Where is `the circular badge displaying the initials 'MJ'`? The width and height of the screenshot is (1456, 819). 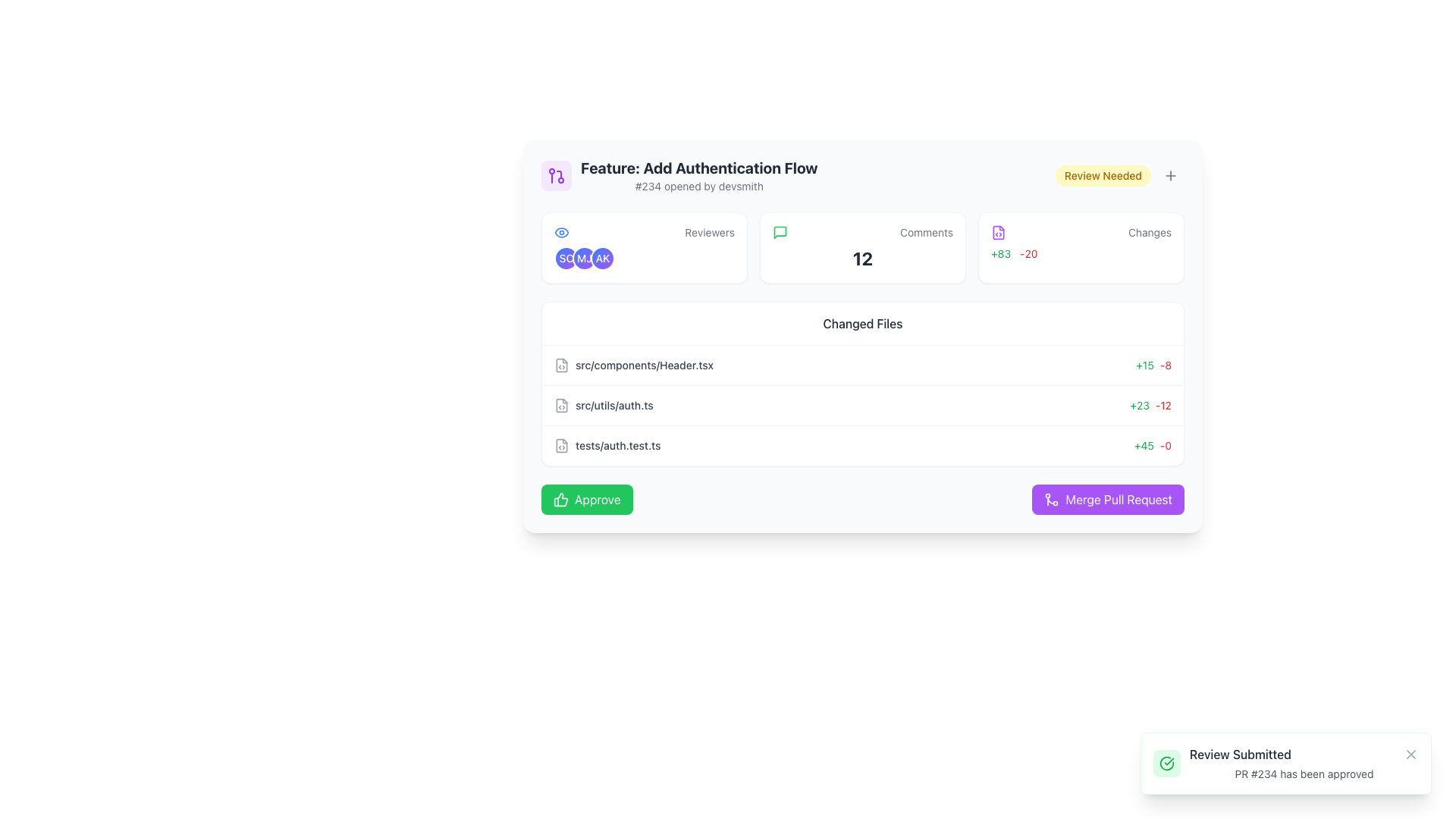 the circular badge displaying the initials 'MJ' is located at coordinates (584, 257).